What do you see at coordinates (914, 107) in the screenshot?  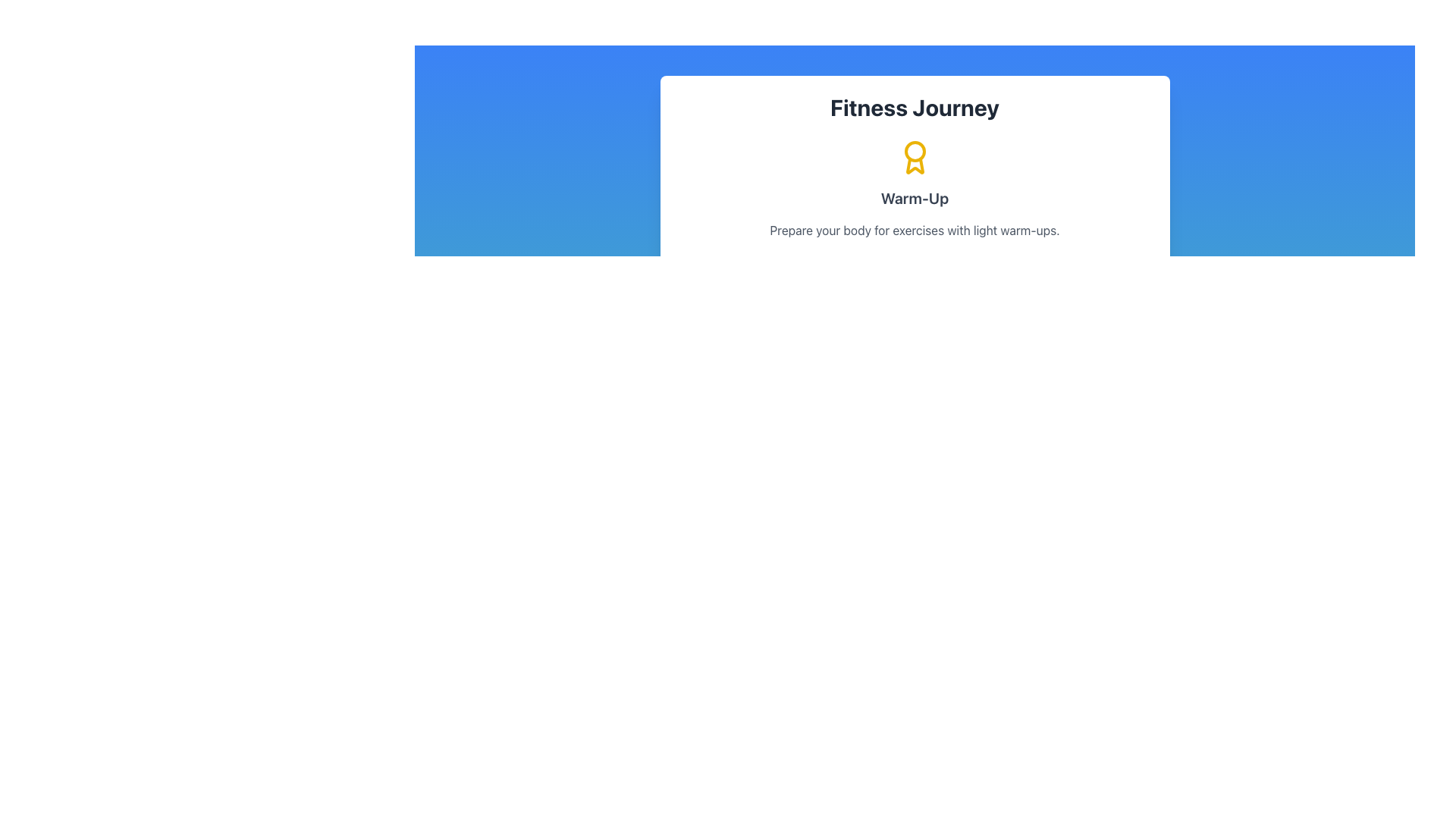 I see `the Text Label that serves as the title 'Fitness Journey', which is centrally aligned at the top of a white rounded section` at bounding box center [914, 107].